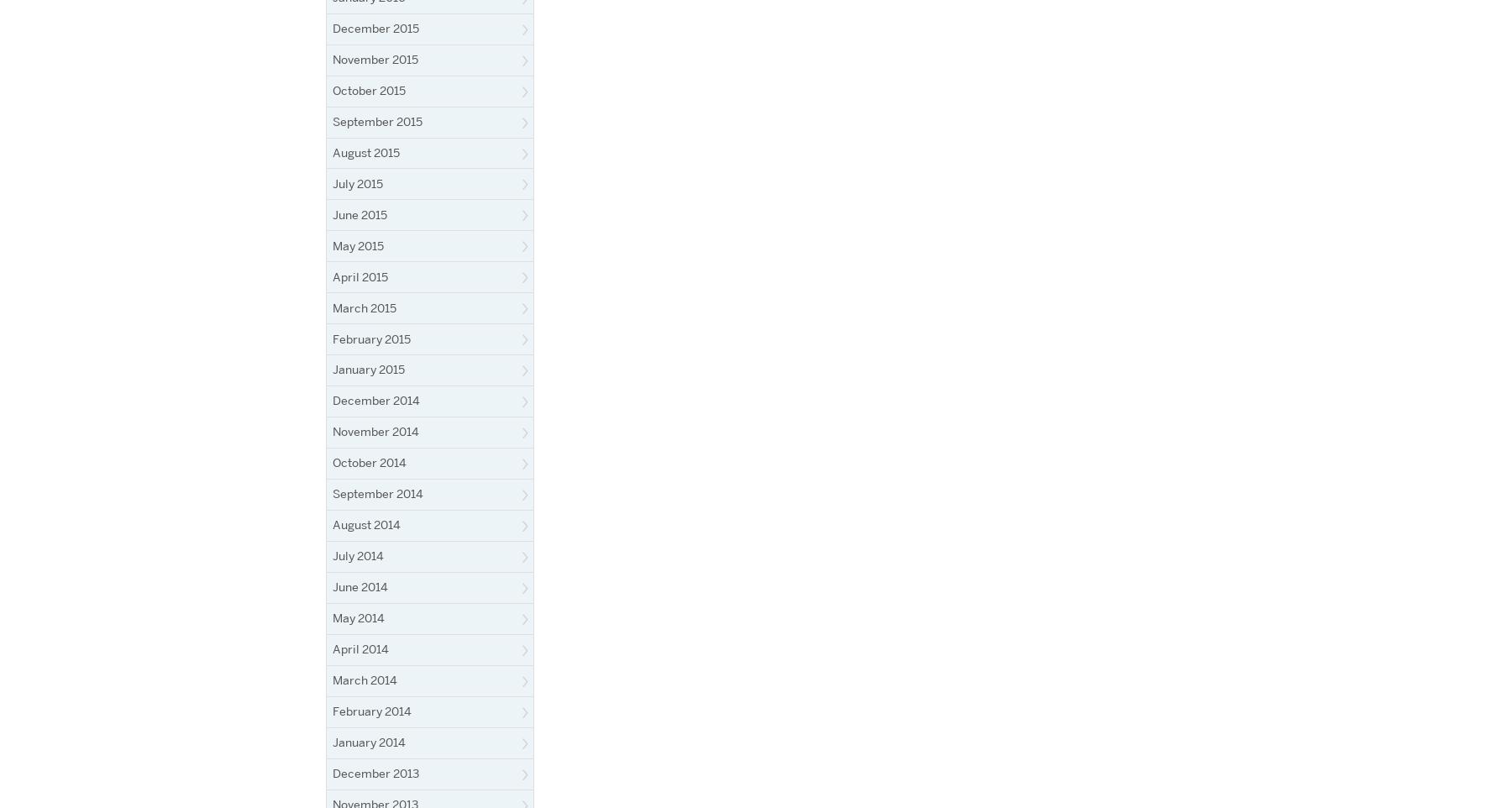 This screenshot has width=1512, height=808. Describe the element at coordinates (333, 337) in the screenshot. I see `'February 2015'` at that location.